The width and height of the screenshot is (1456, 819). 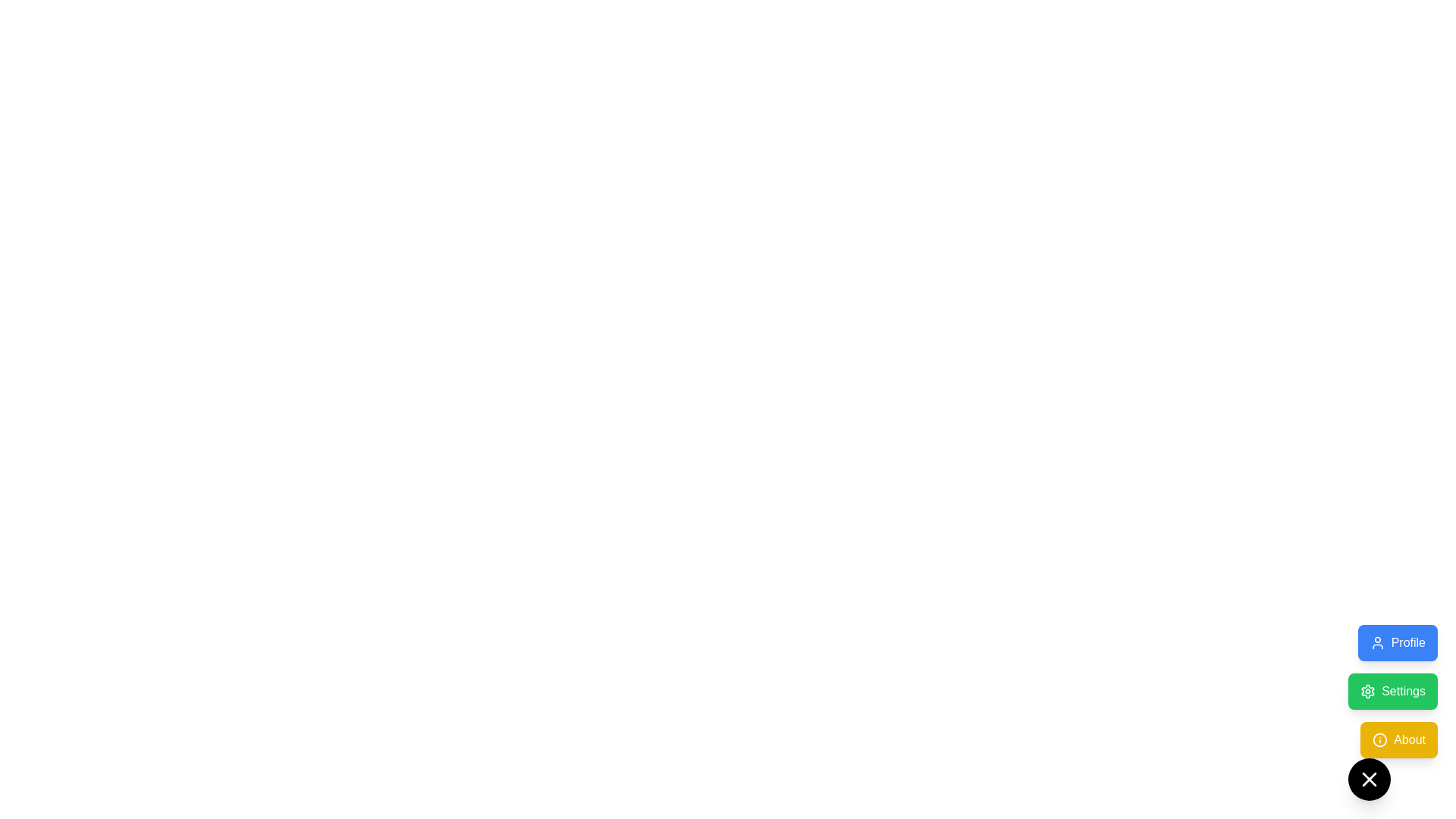 I want to click on the SVG circle element that is part of the 'About' icon, which is located at the bottom-right quadrant of the interface, just above the black 'Close' button, so click(x=1380, y=739).